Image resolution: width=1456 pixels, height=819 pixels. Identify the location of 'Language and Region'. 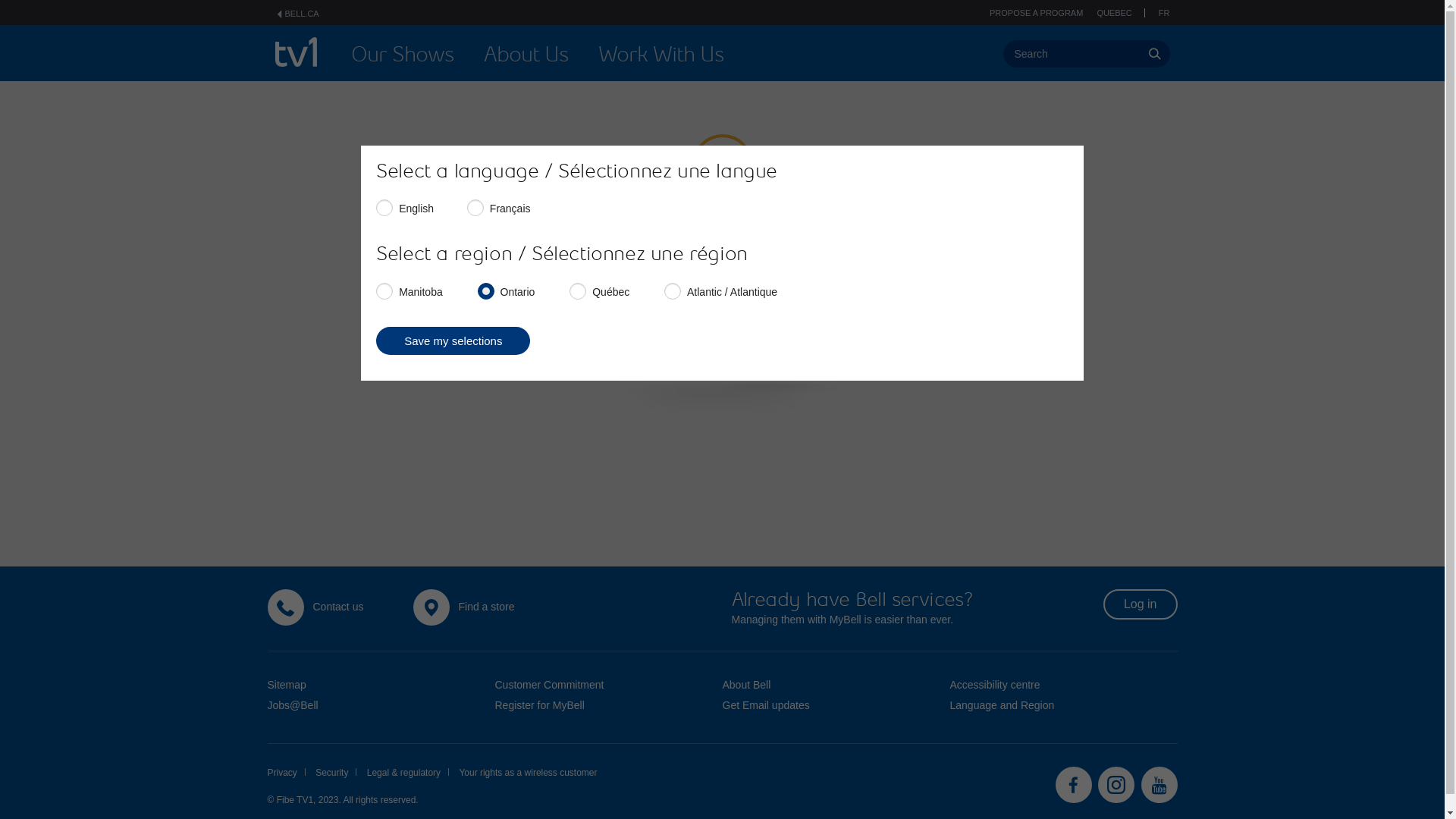
(1001, 704).